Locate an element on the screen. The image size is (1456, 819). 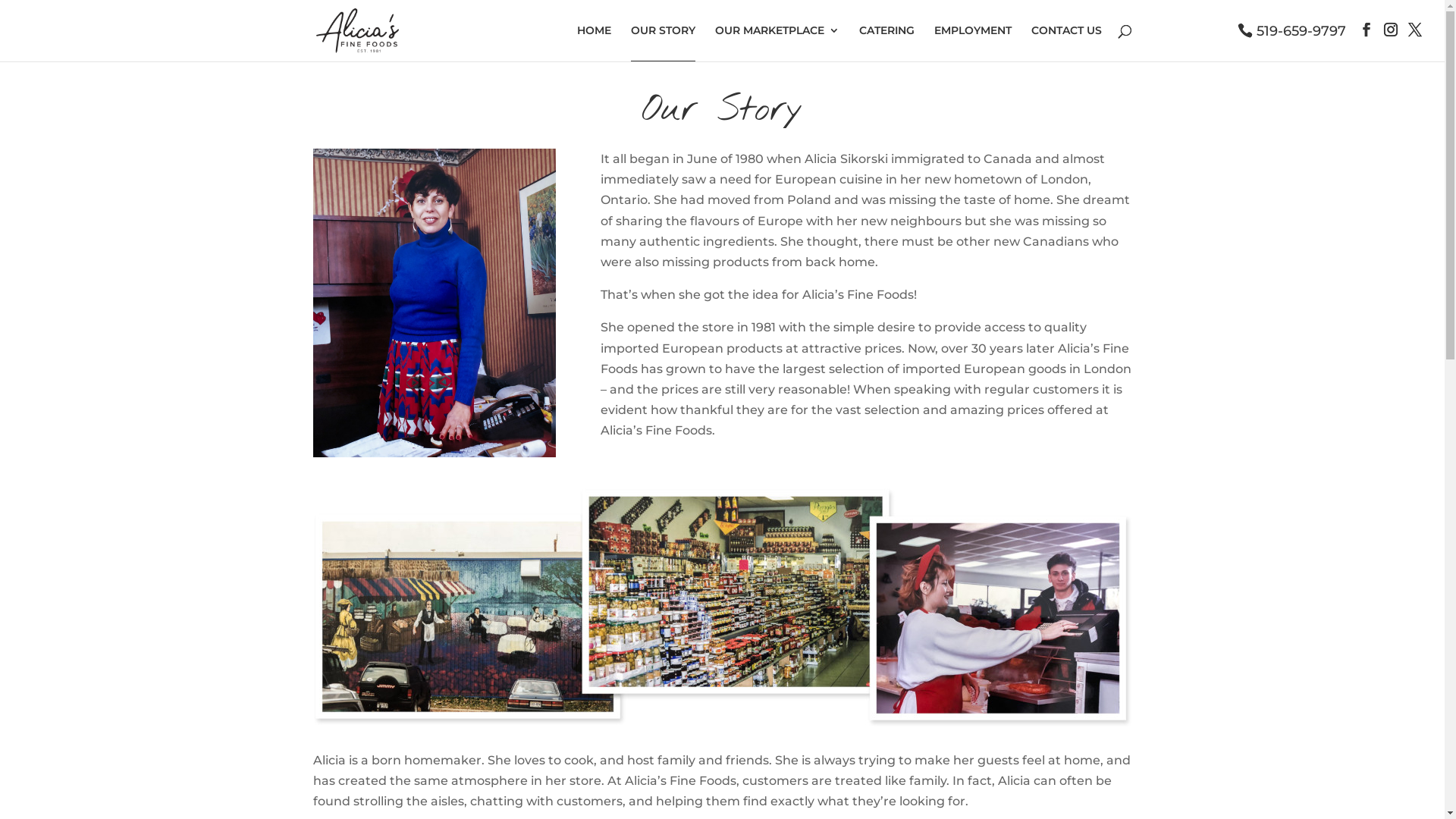
'HOME' is located at coordinates (592, 42).